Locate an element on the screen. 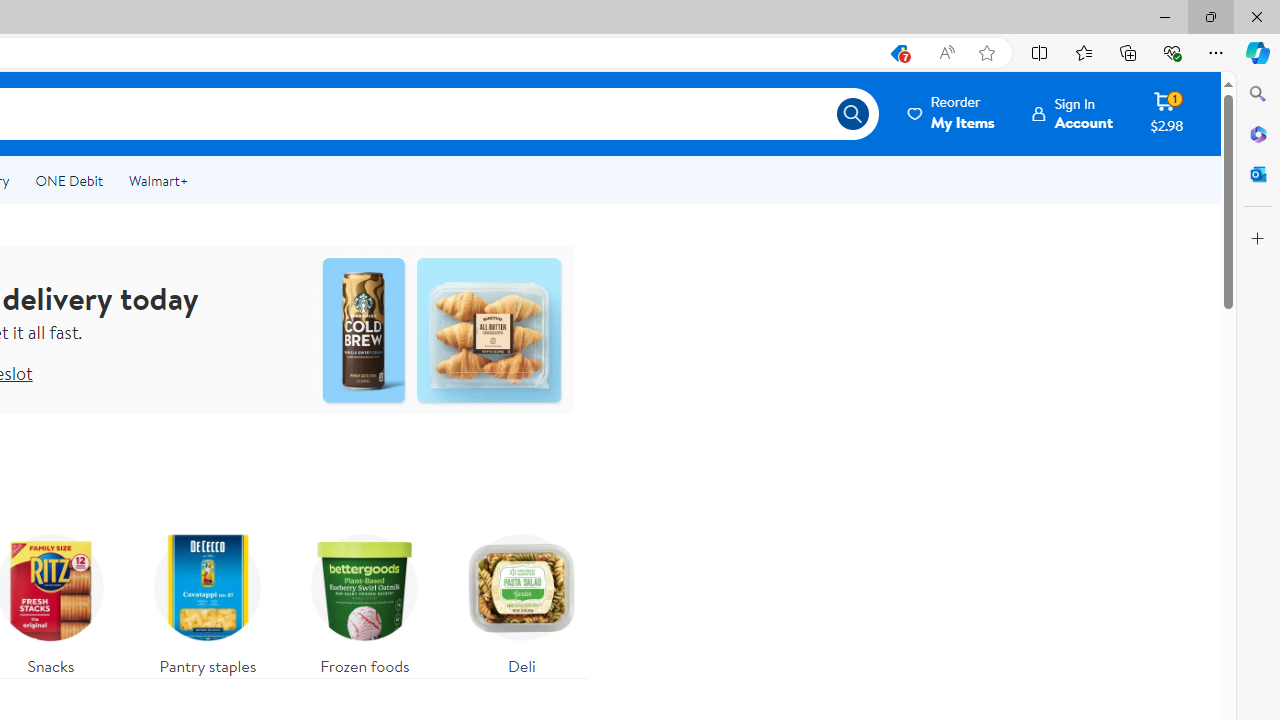 The height and width of the screenshot is (720, 1280). 'Cart contains 1 item Total Amount $2.98' is located at coordinates (1166, 113).